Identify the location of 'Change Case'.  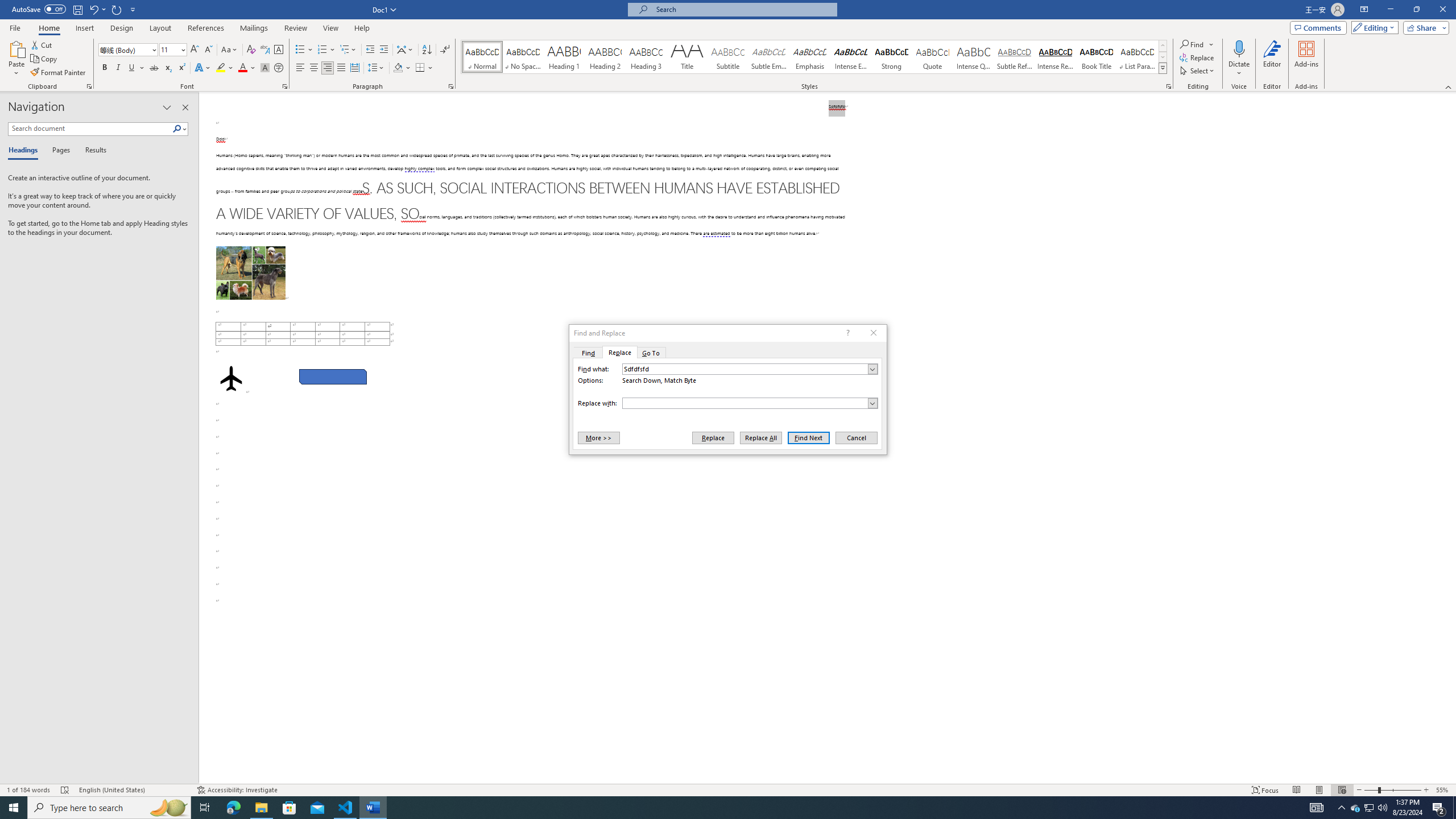
(229, 49).